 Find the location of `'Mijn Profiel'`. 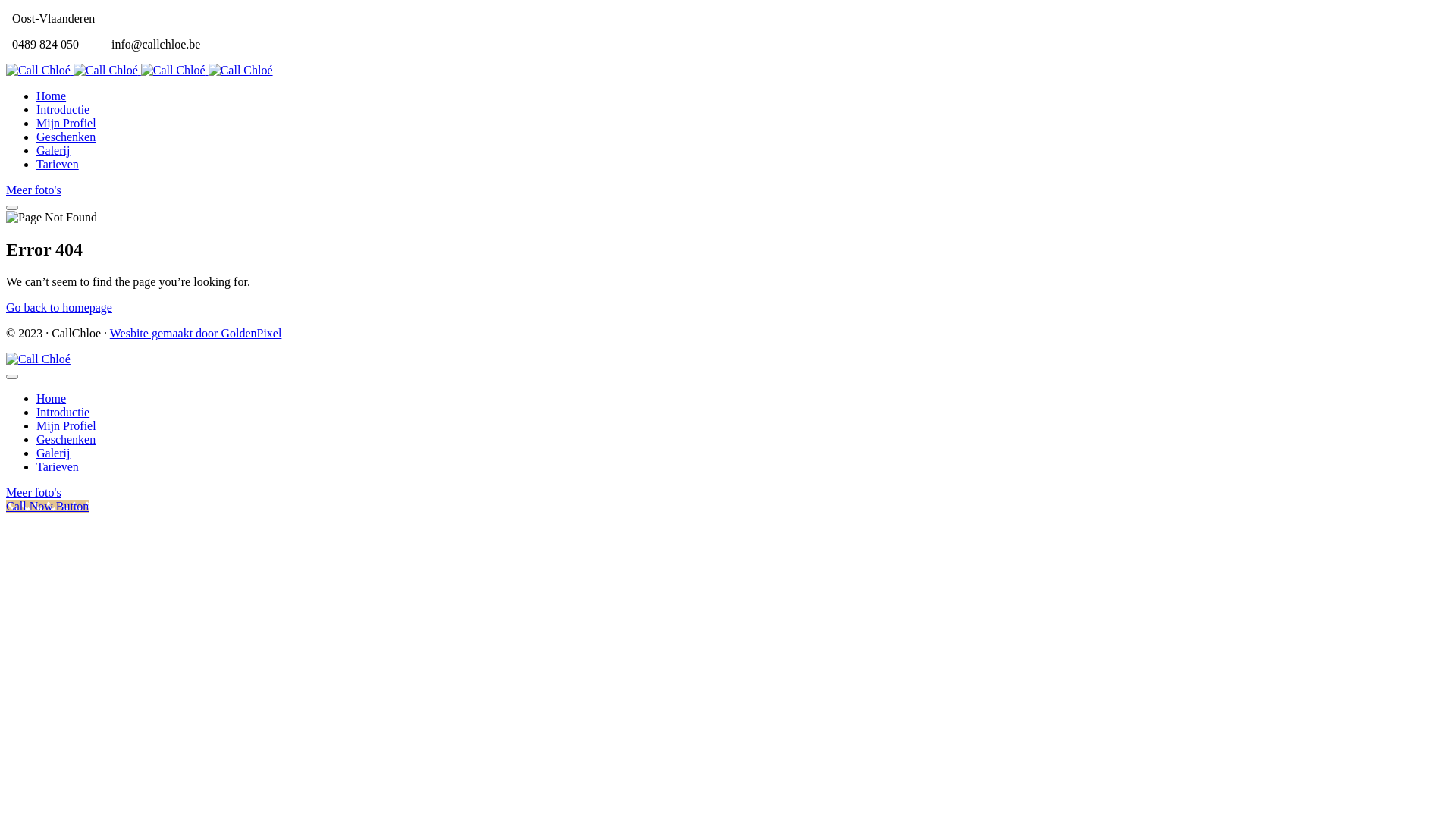

'Mijn Profiel' is located at coordinates (65, 122).